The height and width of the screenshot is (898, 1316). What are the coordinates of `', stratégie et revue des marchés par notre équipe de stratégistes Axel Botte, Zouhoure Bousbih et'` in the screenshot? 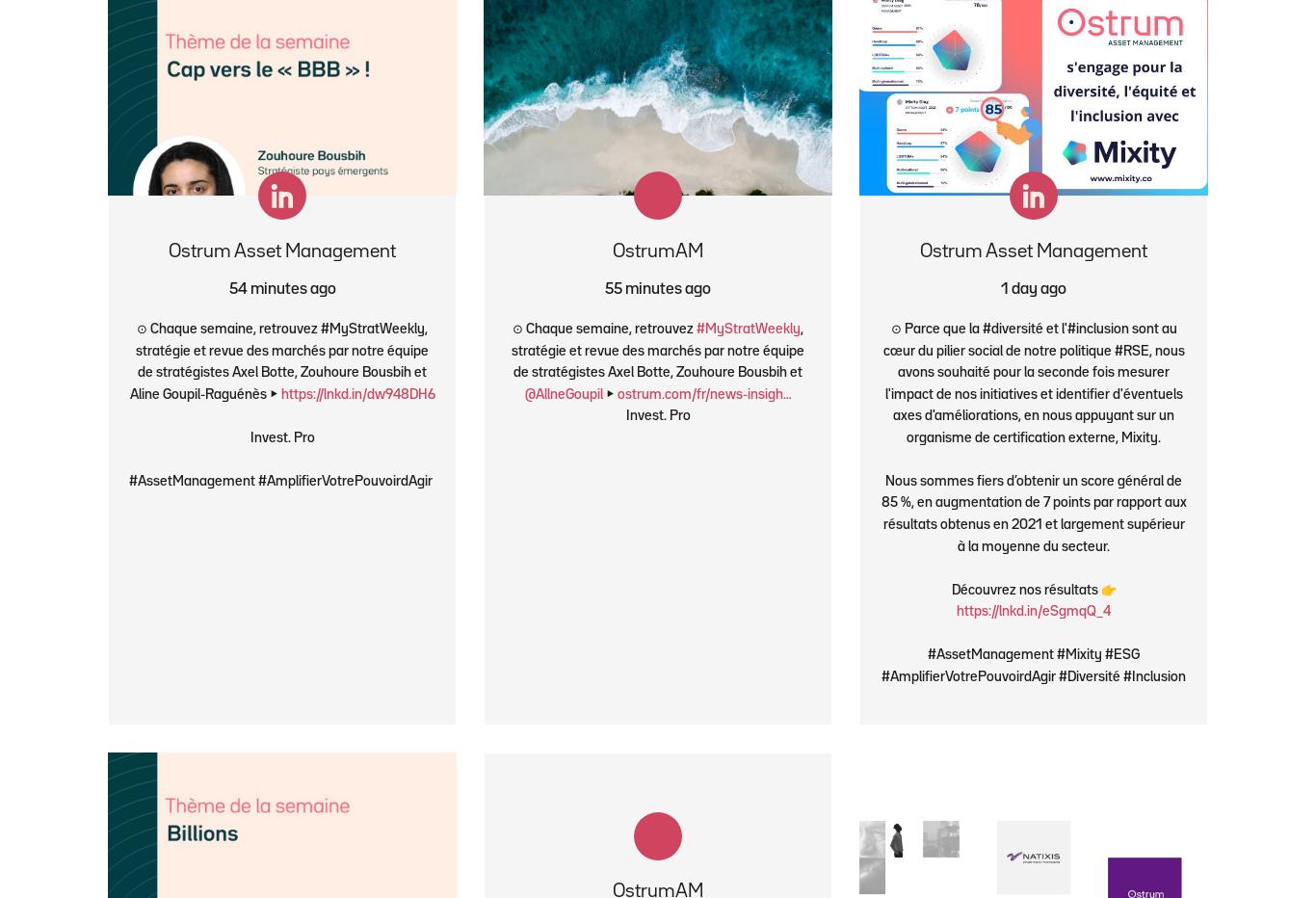 It's located at (658, 350).